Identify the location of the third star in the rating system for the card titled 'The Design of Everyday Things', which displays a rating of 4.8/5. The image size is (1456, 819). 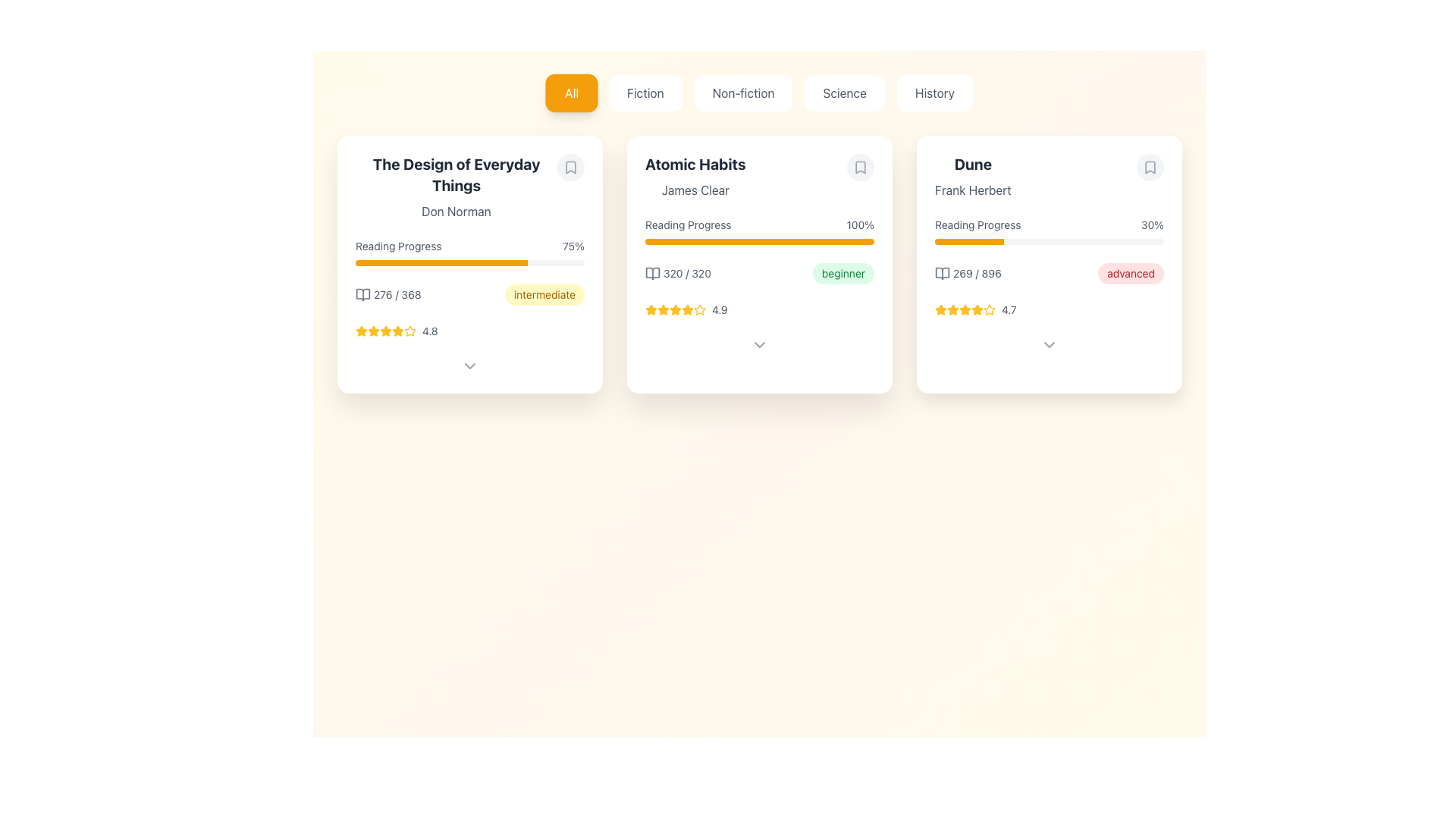
(385, 330).